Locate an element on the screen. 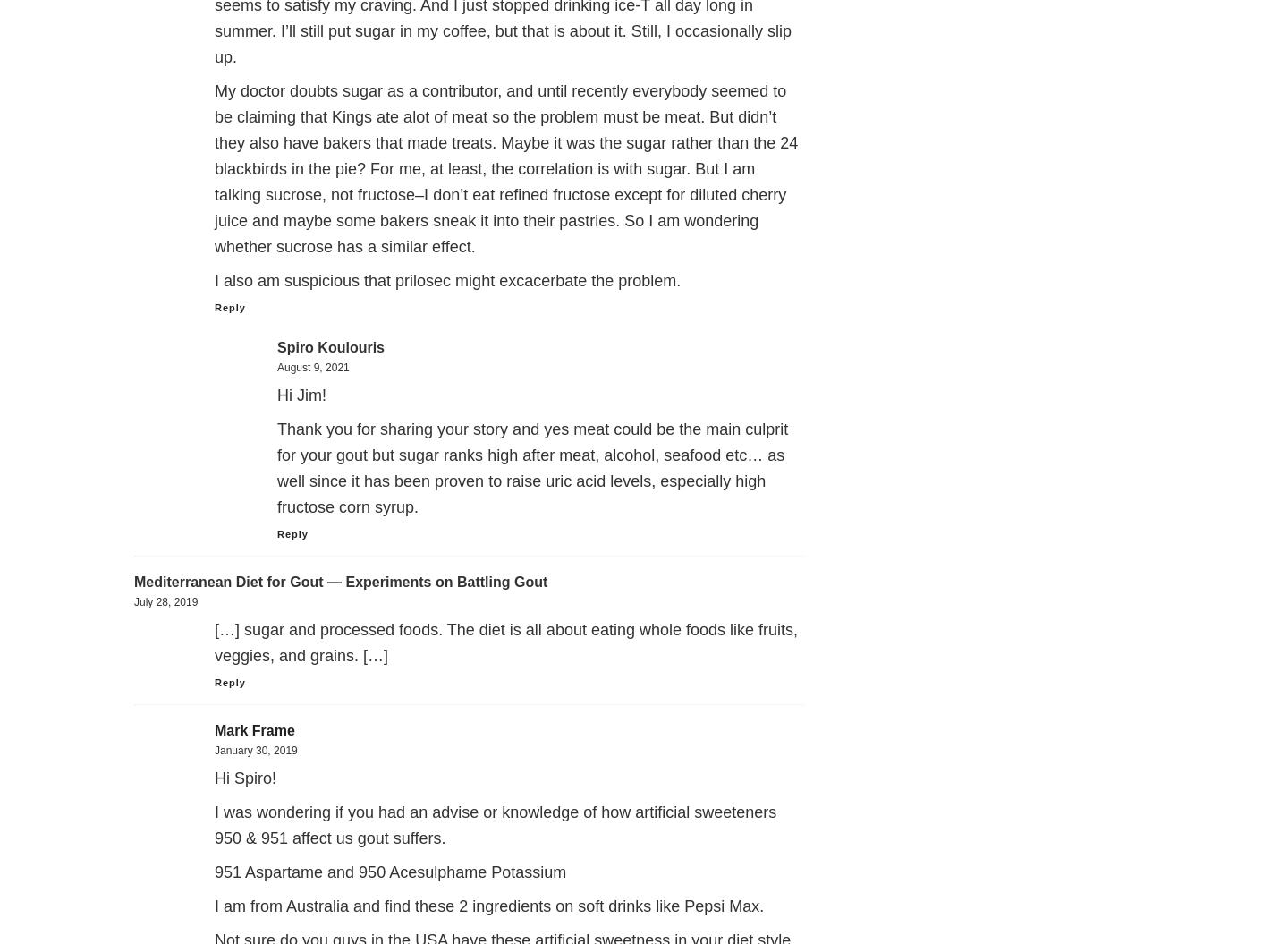 The width and height of the screenshot is (1288, 944). 'I also am suspicious that prilosec might excacerbate the problem.' is located at coordinates (446, 279).